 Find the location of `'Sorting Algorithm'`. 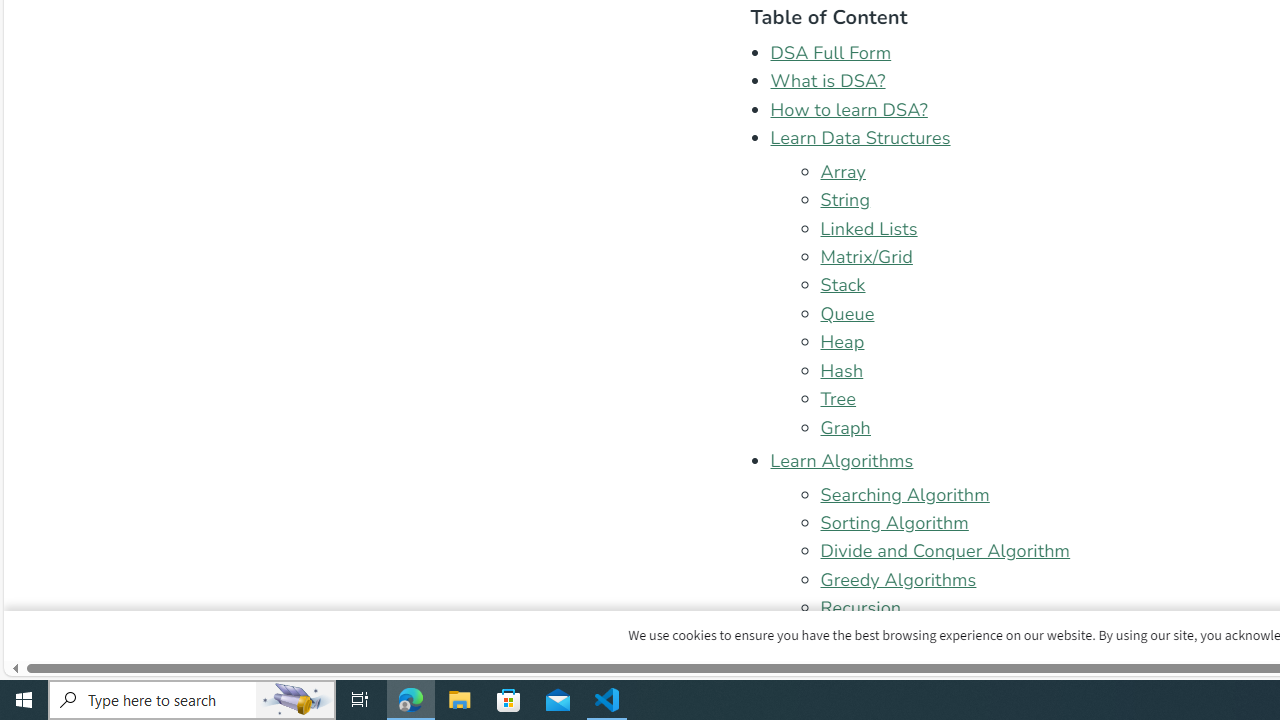

'Sorting Algorithm' is located at coordinates (893, 521).